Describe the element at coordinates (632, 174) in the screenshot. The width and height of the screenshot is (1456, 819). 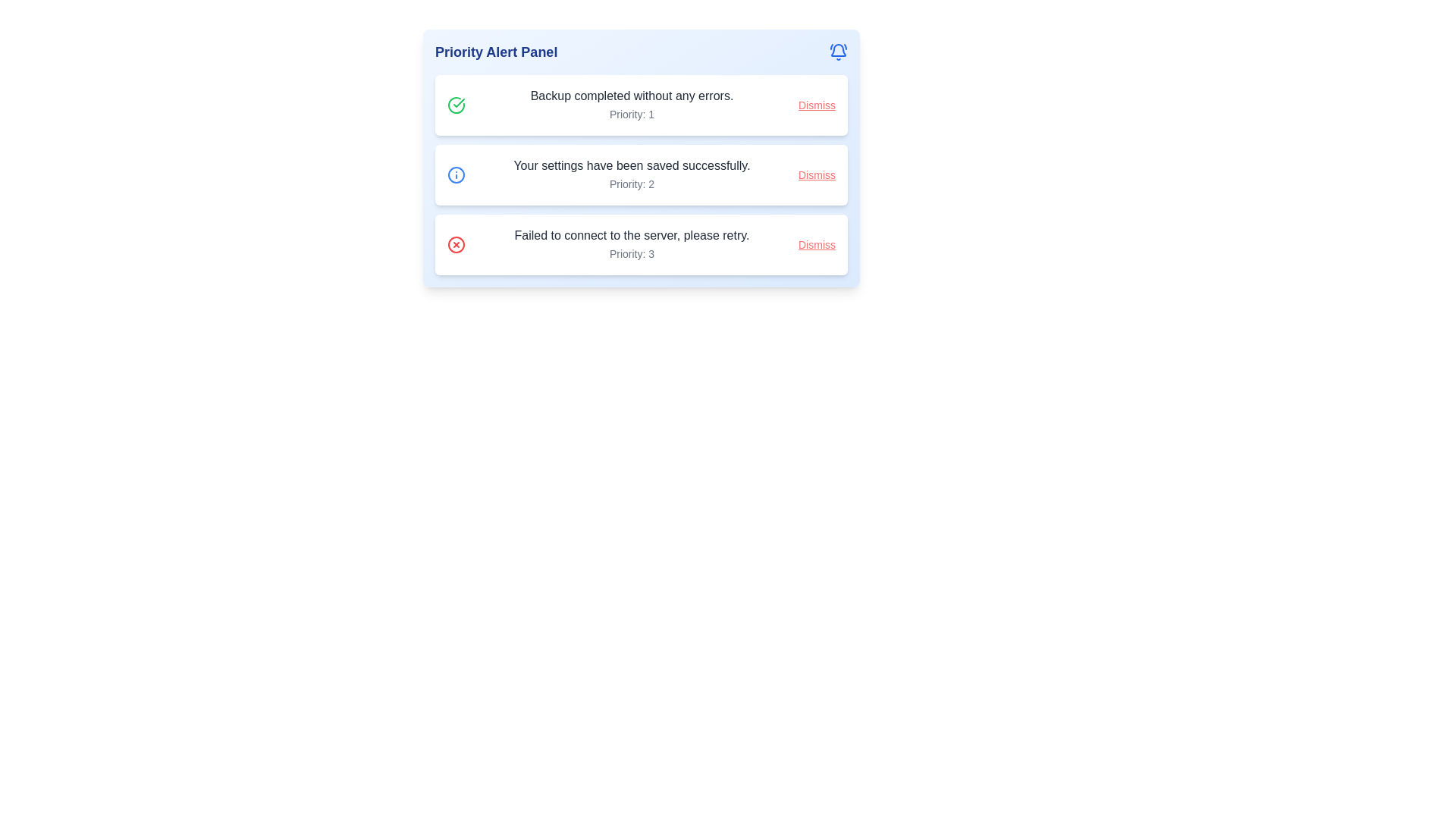
I see `informational text block that notifies users about the successful saving of settings with a priority level of '2', positioned below the 'Backup completed without any errors.' message` at that location.